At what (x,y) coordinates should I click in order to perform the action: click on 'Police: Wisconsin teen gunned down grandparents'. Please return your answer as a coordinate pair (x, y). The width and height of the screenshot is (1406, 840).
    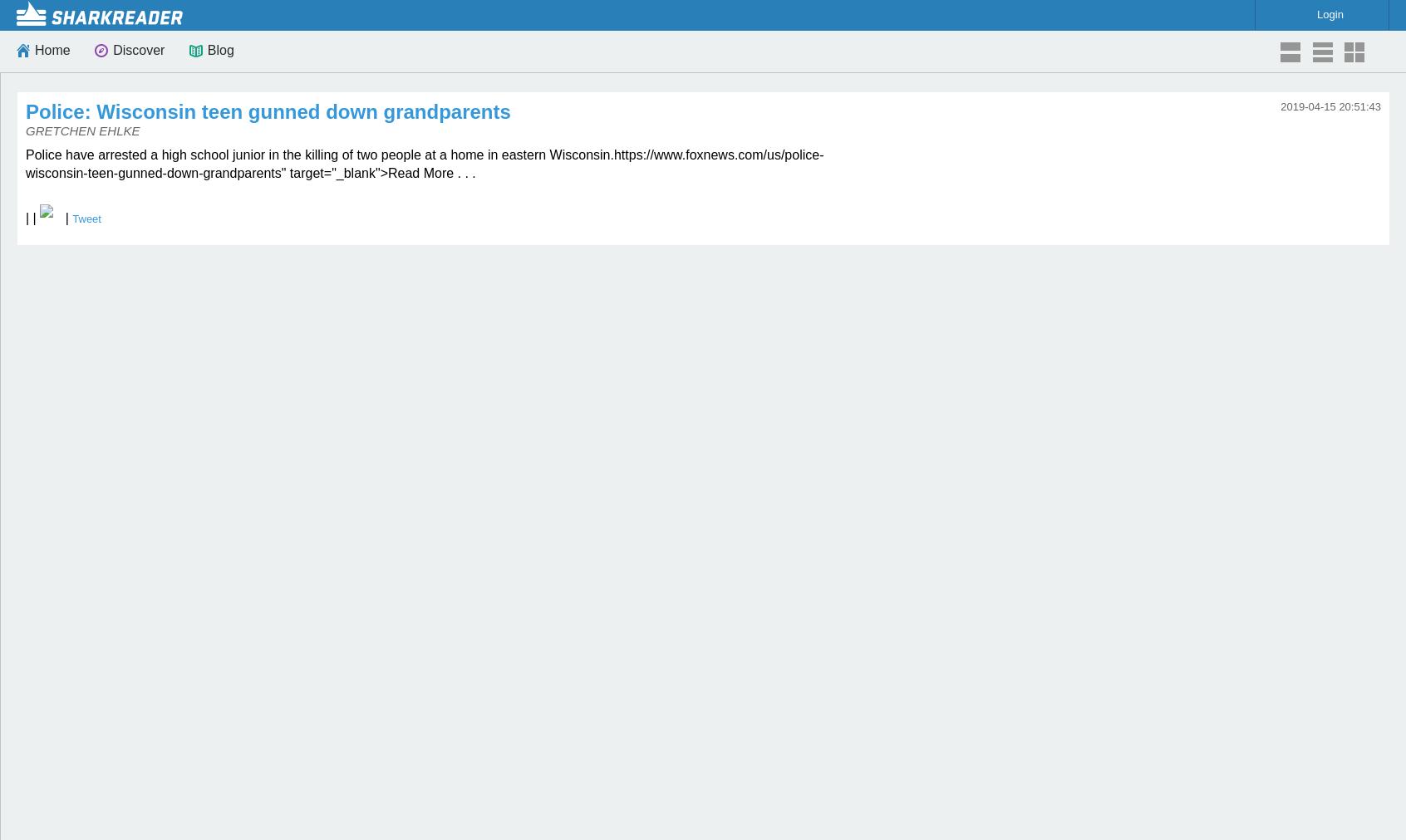
    Looking at the image, I should click on (267, 111).